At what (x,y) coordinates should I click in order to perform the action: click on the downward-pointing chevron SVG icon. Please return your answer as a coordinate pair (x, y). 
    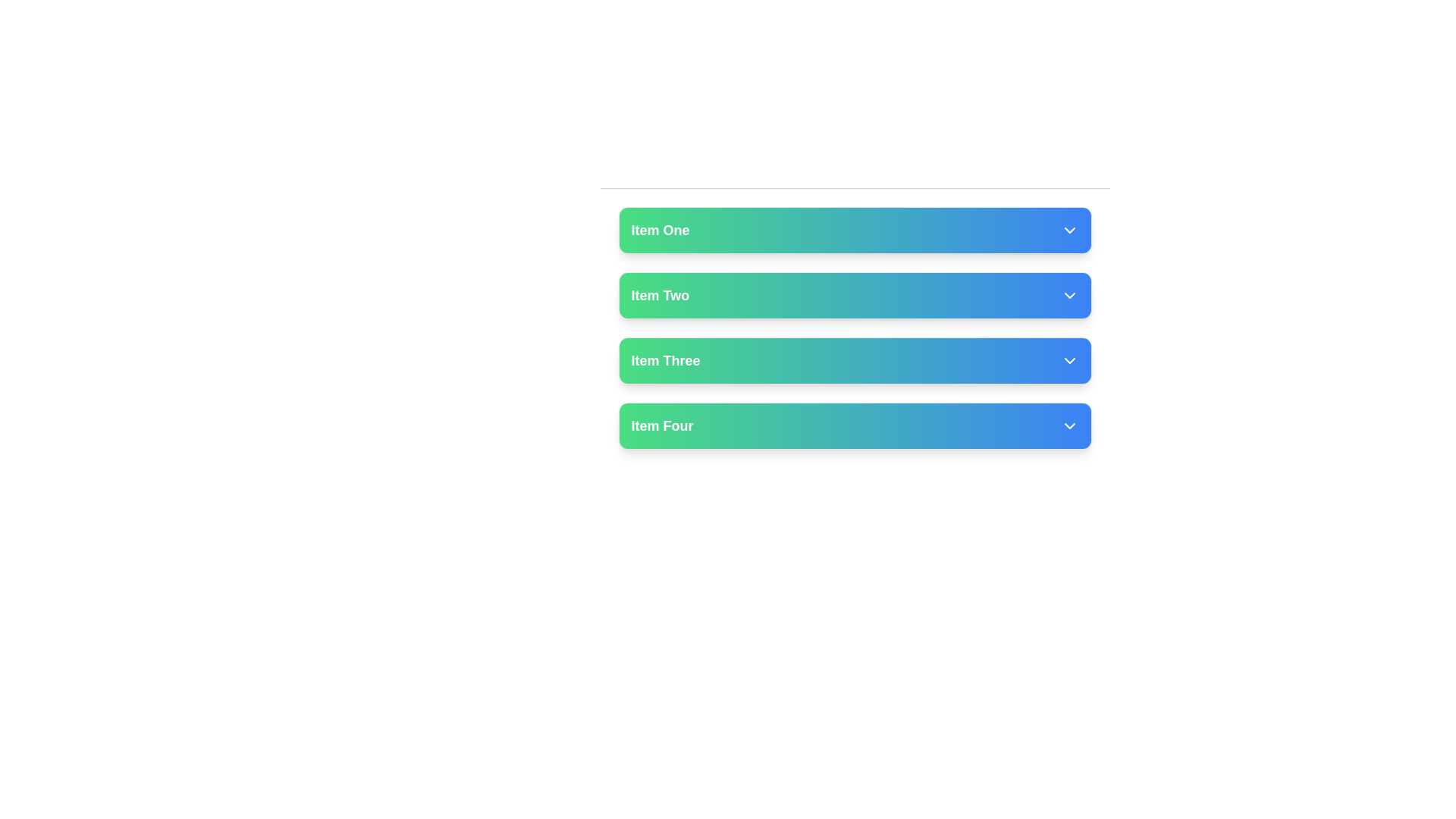
    Looking at the image, I should click on (1068, 360).